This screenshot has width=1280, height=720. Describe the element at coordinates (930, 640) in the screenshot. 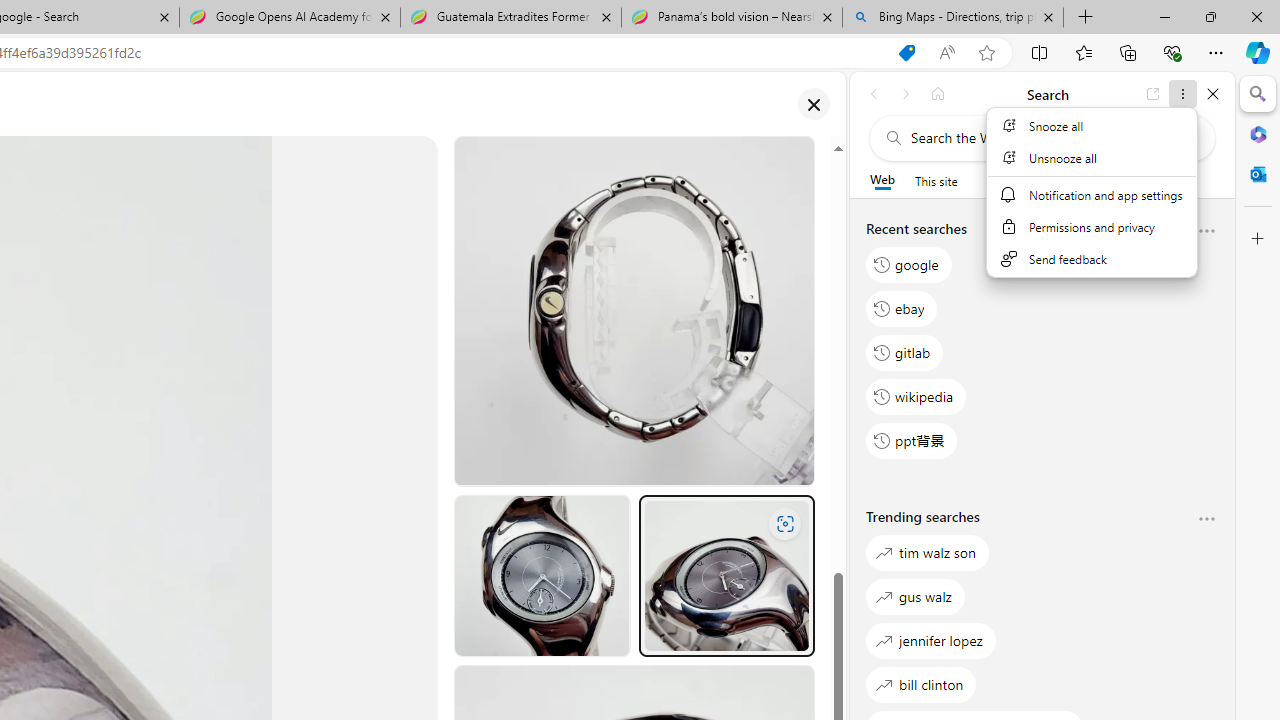

I see `'jennifer lopez'` at that location.